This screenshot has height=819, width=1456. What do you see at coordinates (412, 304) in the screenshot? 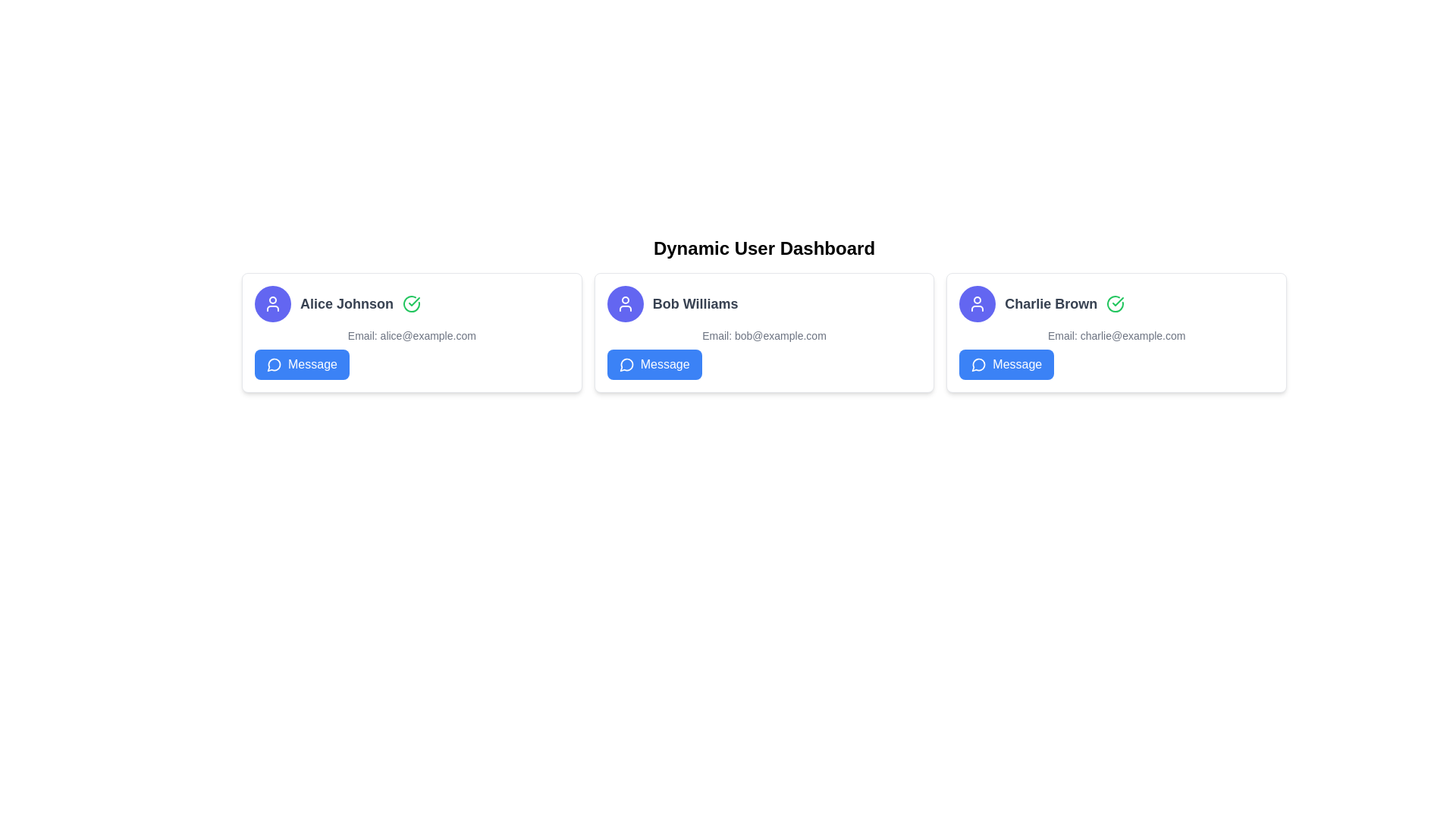
I see `the user name label for Alice Johnson, which includes a visual indicator of verified status, located at the top of the user detail card` at bounding box center [412, 304].